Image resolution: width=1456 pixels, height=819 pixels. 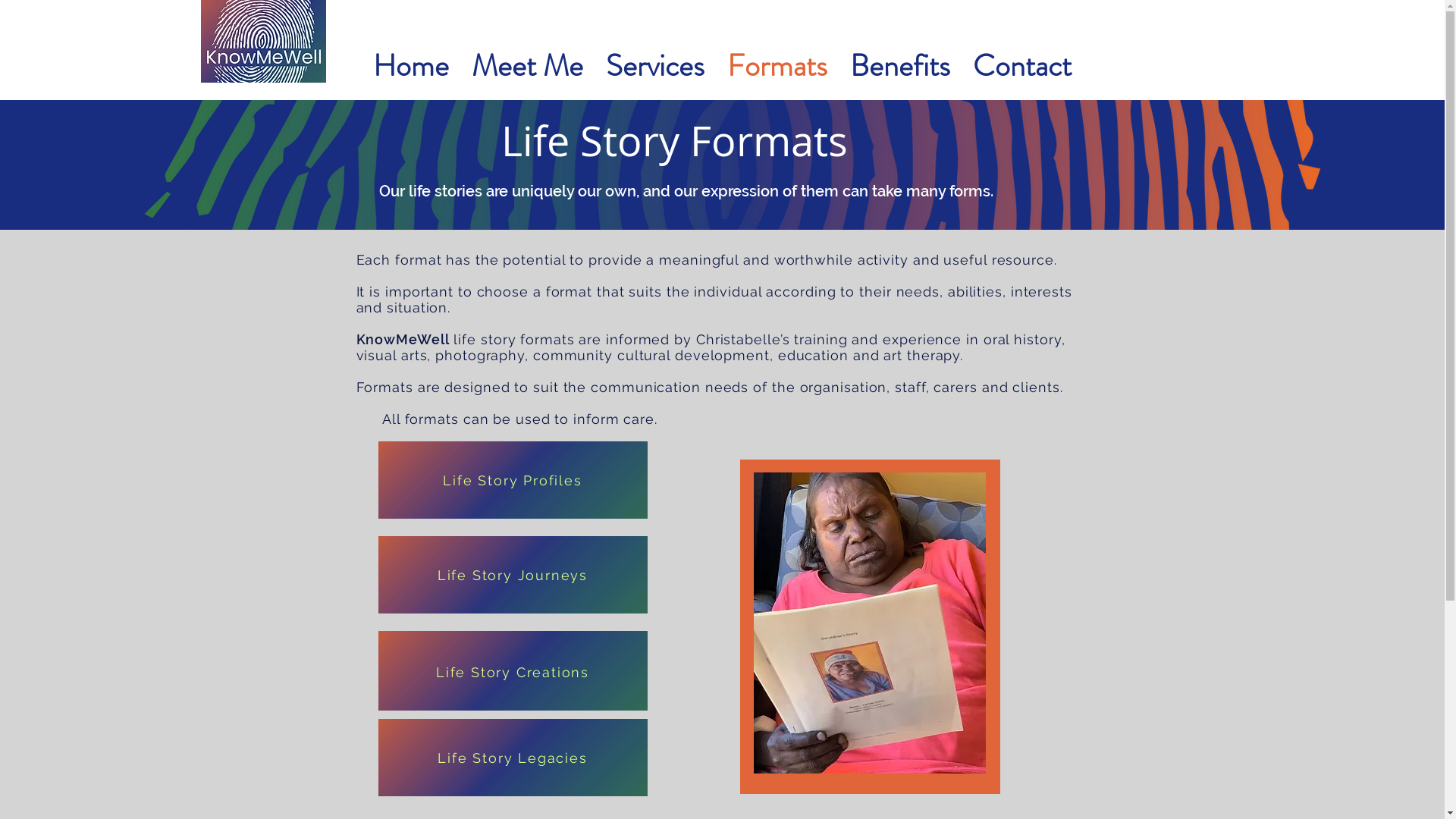 I want to click on 'Benefits', so click(x=899, y=65).